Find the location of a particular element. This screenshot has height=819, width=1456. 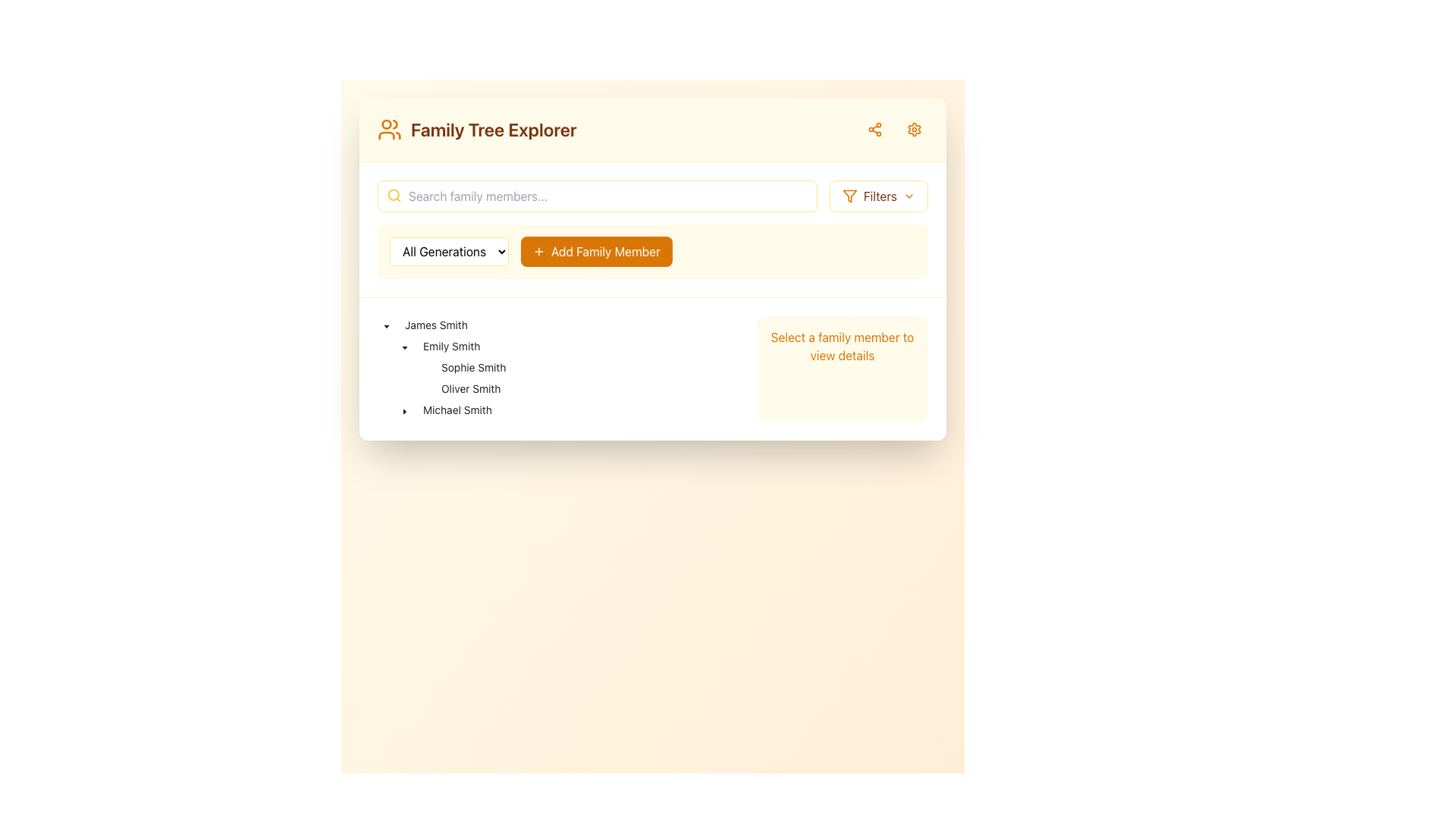

the indentation marker for the tree node labeled 'Sophie Smith' to indicate its hierarchical level in the tree structure is located at coordinates (396, 368).